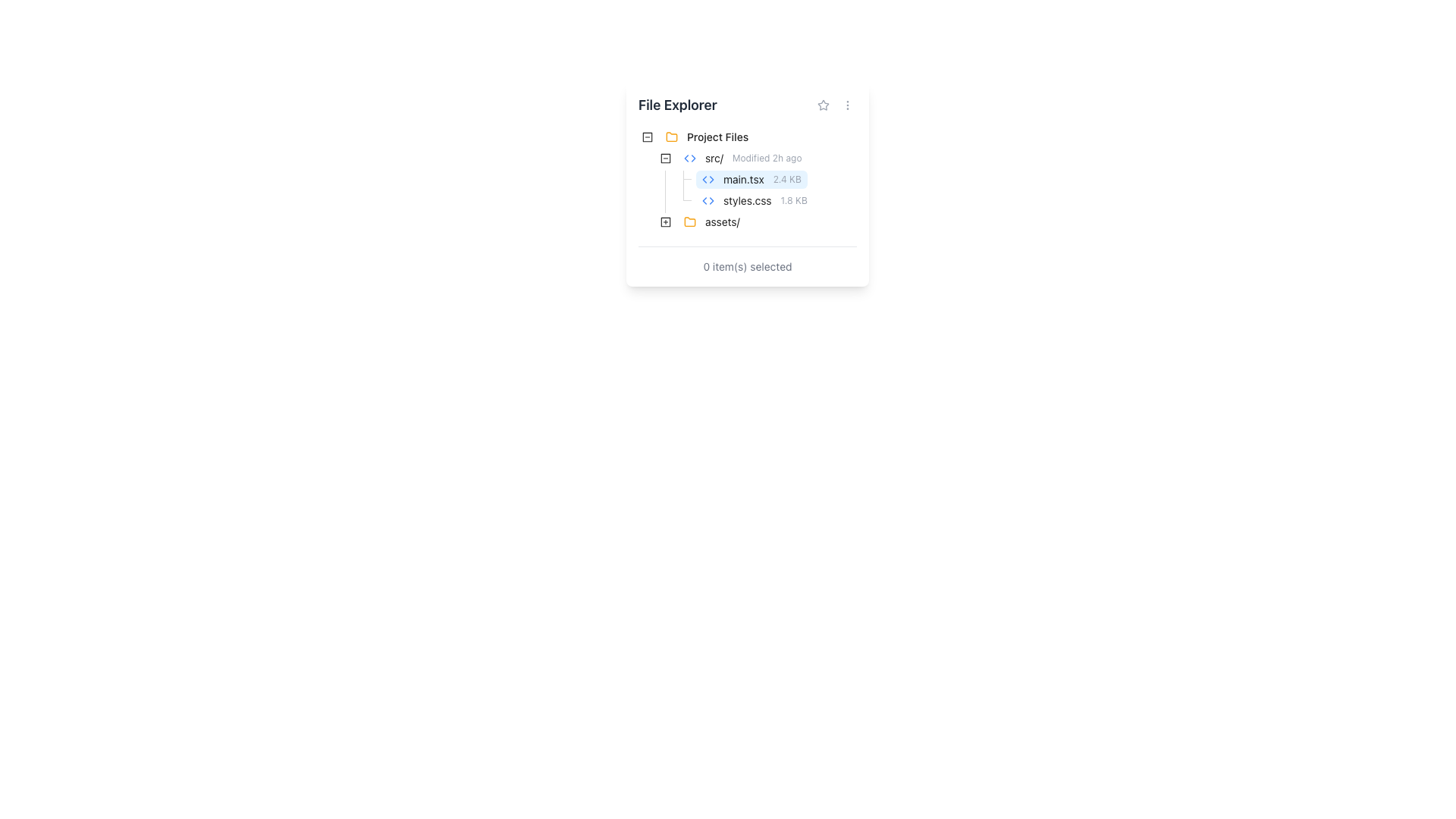 The width and height of the screenshot is (1456, 819). What do you see at coordinates (822, 104) in the screenshot?
I see `the star-shaped SVG icon with a gray outline located in the top-right corner of the file explorer pane` at bounding box center [822, 104].